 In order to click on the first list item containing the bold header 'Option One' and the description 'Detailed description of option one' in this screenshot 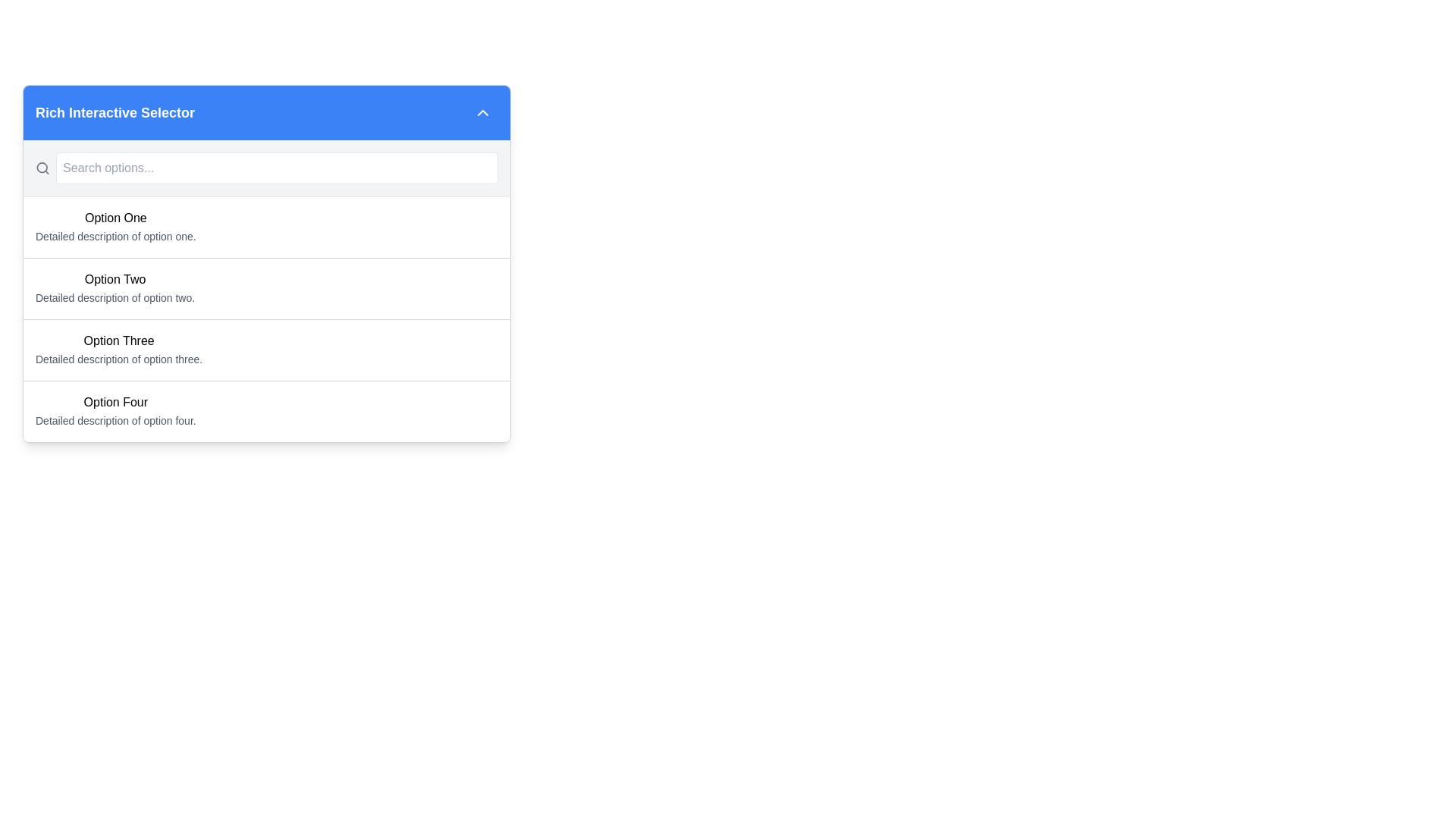, I will do `click(115, 227)`.